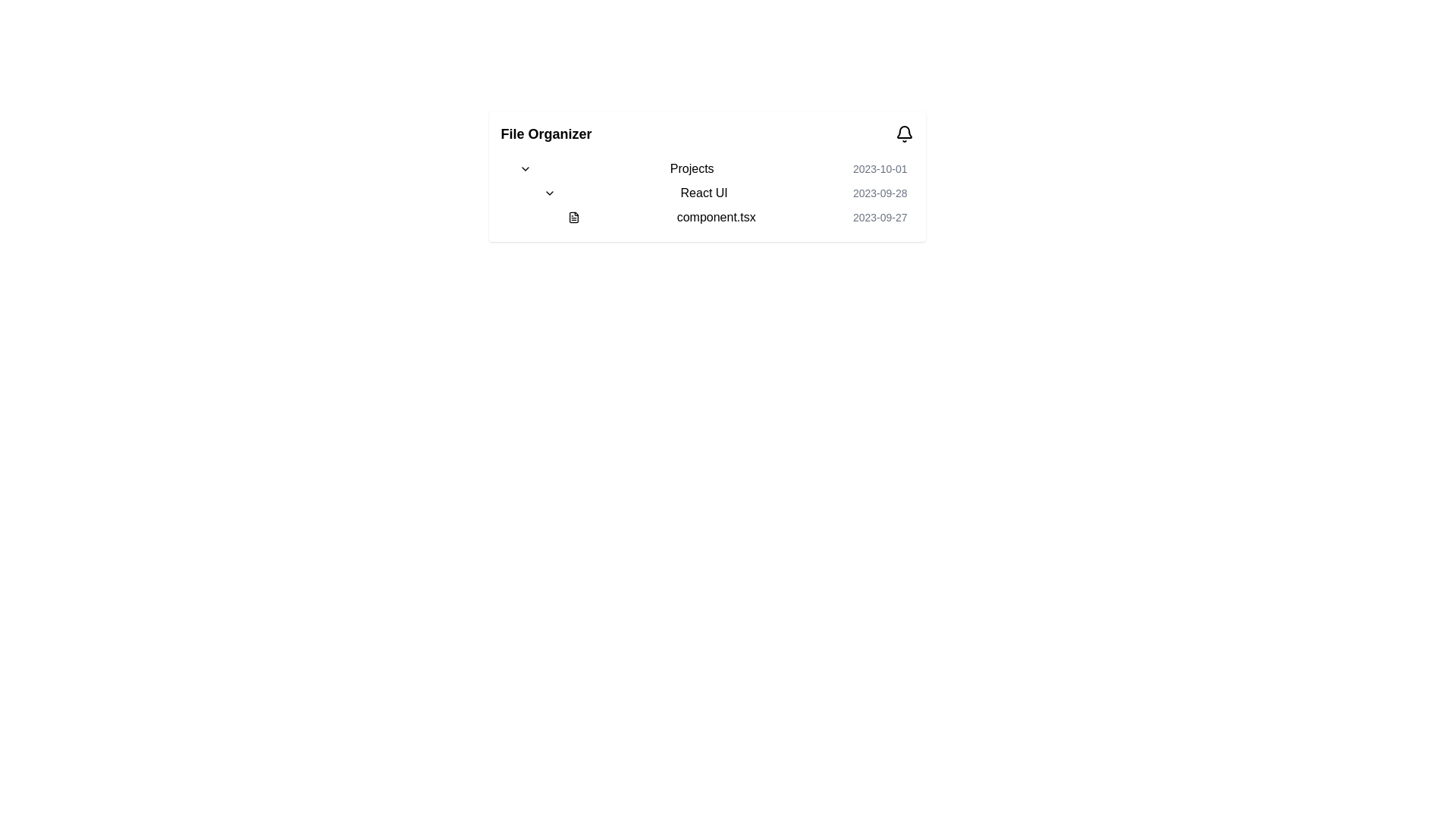  I want to click on the file icon, which is a minimal outline representation of a document located next to the file name 'component.tsx' in the 'React UI' folder of the file organizer interface, so click(573, 217).